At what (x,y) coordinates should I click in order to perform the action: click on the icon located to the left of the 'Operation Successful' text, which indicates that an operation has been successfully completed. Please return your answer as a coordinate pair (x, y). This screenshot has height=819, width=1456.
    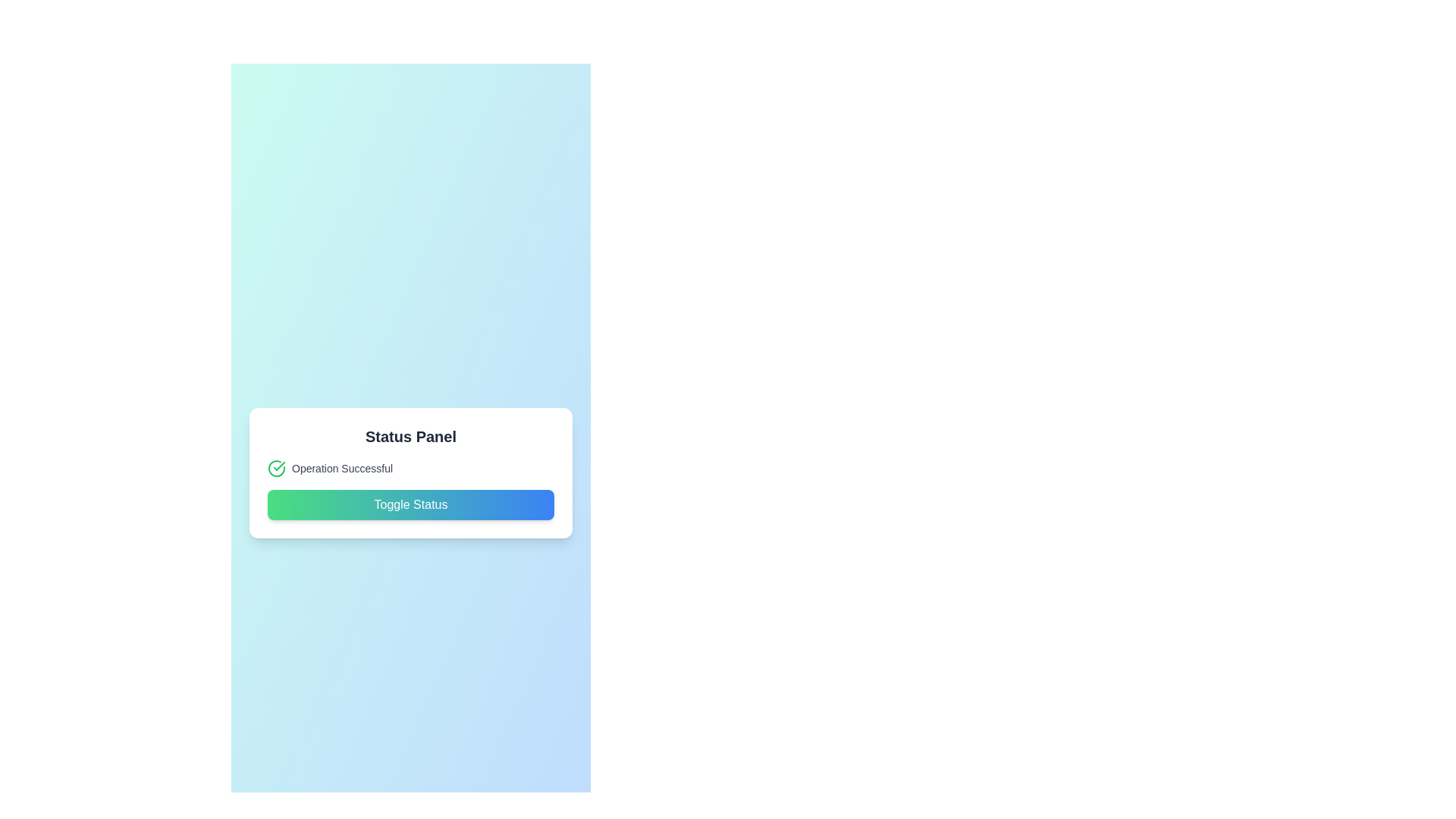
    Looking at the image, I should click on (276, 467).